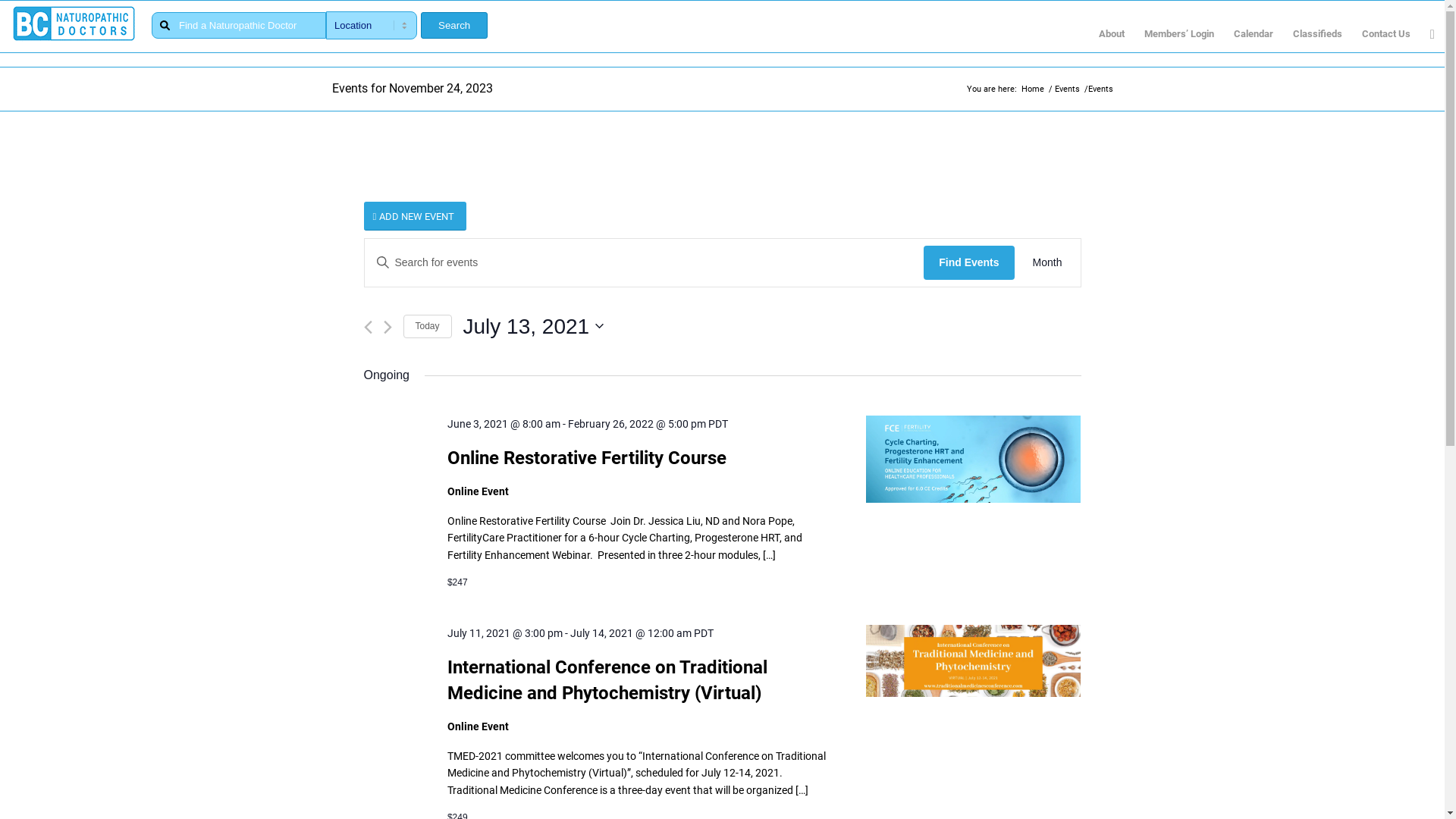 This screenshot has width=1456, height=819. Describe the element at coordinates (585, 457) in the screenshot. I see `'Online Restorative Fertility Course'` at that location.